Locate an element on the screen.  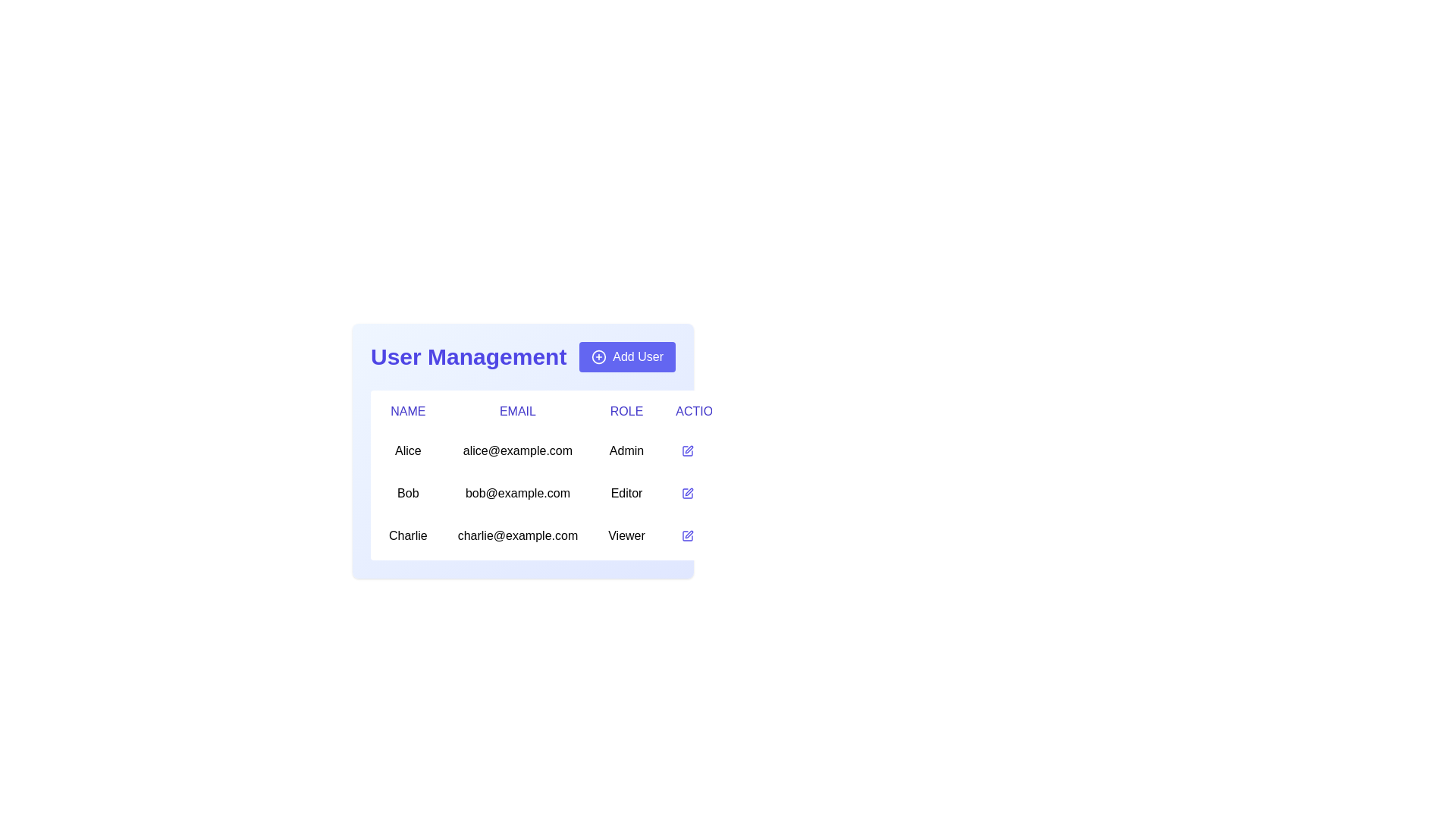
the pencil icon in the 'Actions' column of the 'User Management' table for user 'Charlie' is located at coordinates (688, 534).